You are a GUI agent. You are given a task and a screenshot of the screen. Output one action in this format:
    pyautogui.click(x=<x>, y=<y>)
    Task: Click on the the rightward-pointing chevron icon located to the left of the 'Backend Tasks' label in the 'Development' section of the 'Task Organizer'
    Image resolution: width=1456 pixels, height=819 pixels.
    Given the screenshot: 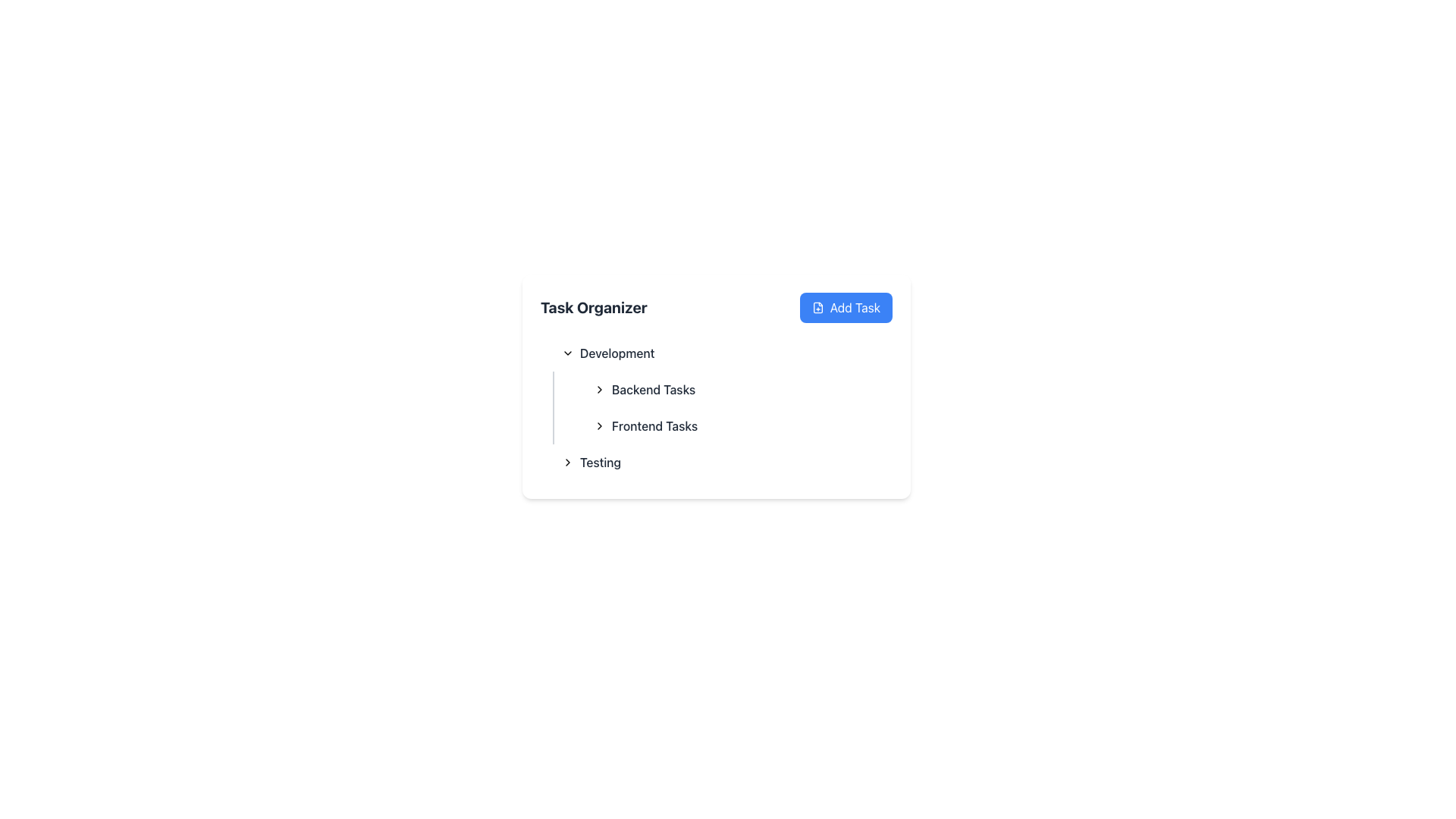 What is the action you would take?
    pyautogui.click(x=599, y=388)
    